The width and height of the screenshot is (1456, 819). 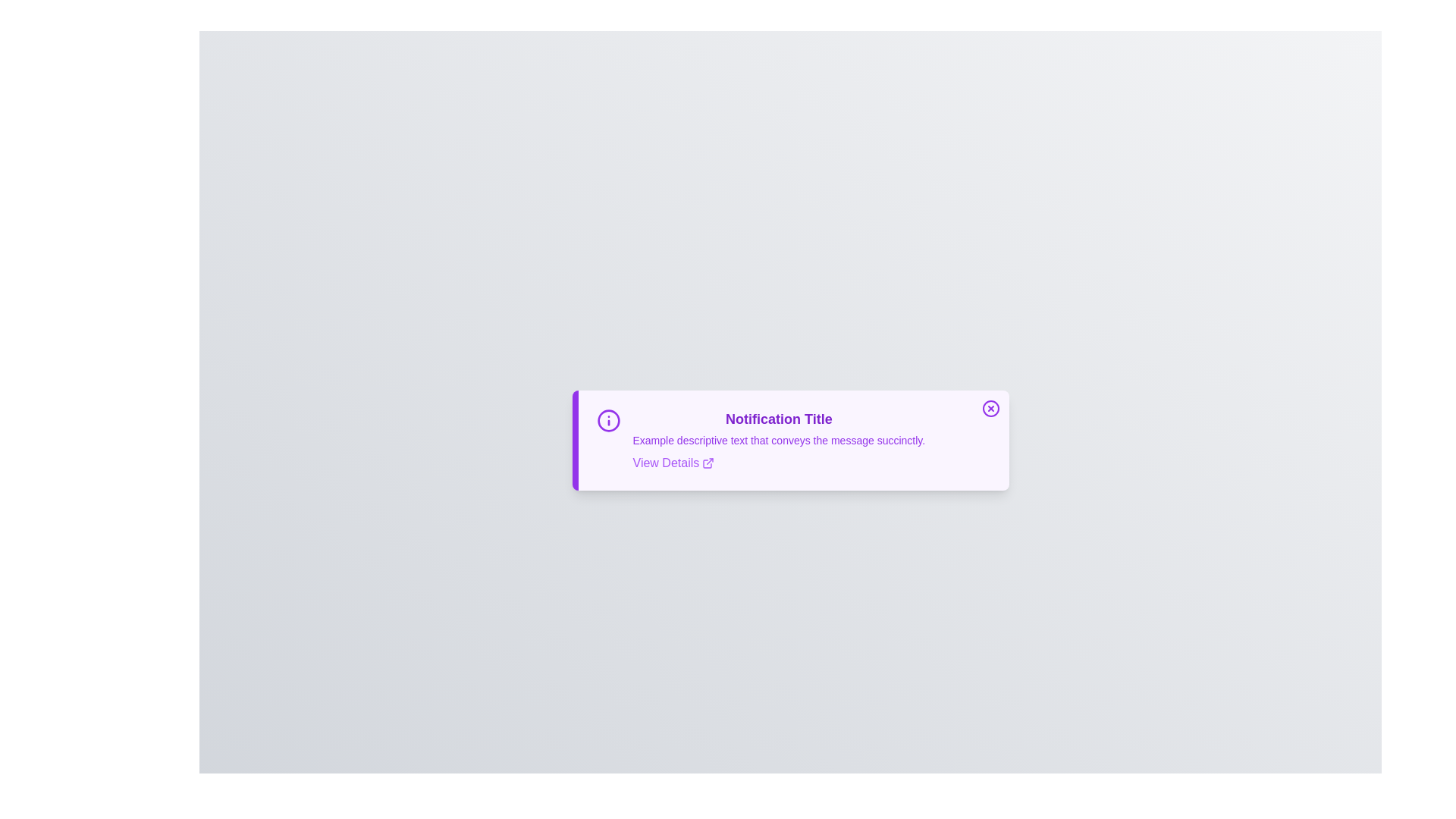 I want to click on the 'View Details' button to reveal additional details, so click(x=673, y=462).